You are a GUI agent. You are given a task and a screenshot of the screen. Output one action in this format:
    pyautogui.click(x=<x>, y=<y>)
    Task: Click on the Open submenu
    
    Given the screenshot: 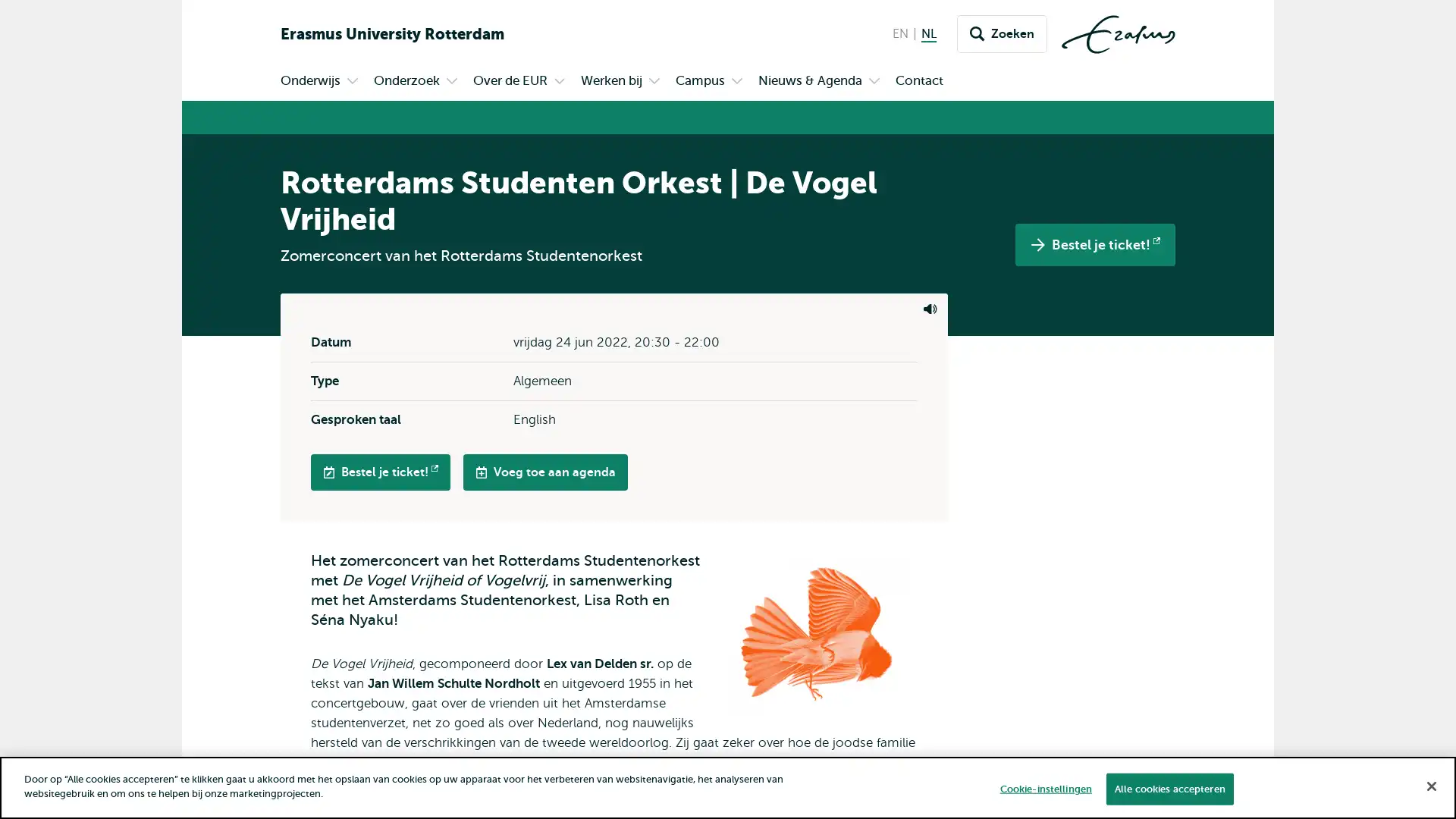 What is the action you would take?
    pyautogui.click(x=559, y=82)
    